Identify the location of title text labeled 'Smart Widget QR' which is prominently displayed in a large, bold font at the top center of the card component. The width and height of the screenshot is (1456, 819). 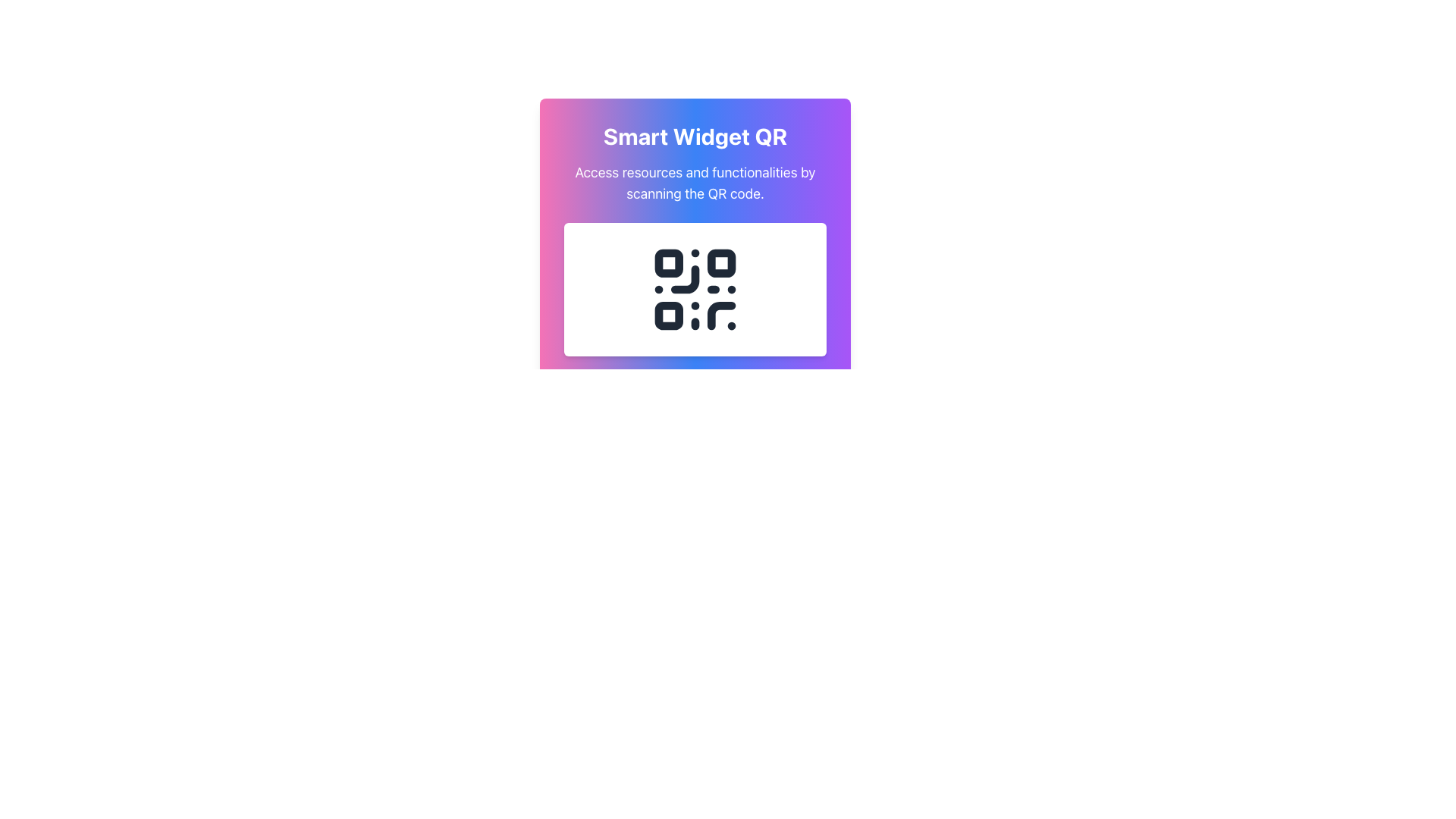
(694, 136).